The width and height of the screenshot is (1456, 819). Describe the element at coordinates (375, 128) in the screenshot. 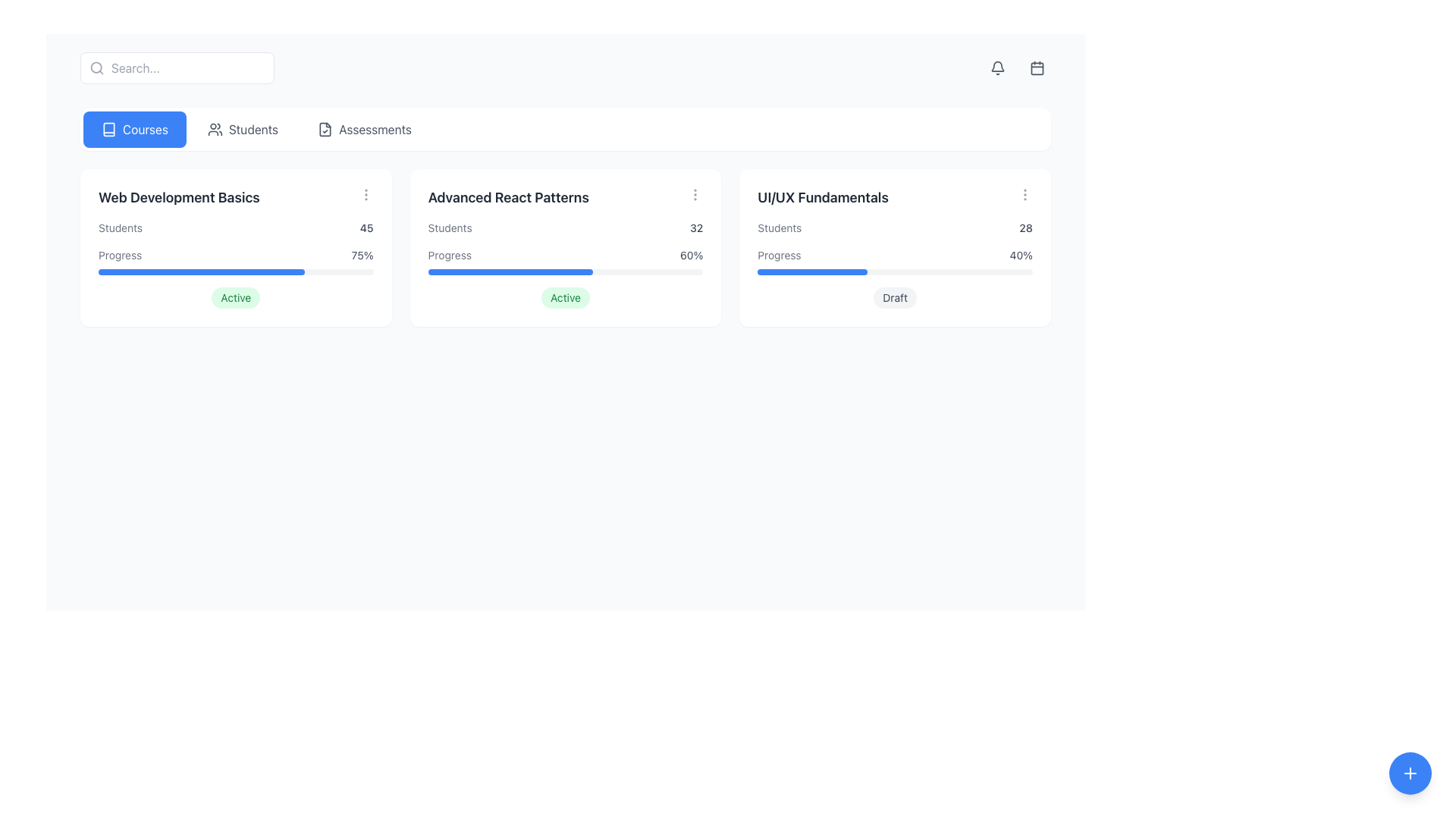

I see `the 'Assessments' text label in the navigation bar` at that location.